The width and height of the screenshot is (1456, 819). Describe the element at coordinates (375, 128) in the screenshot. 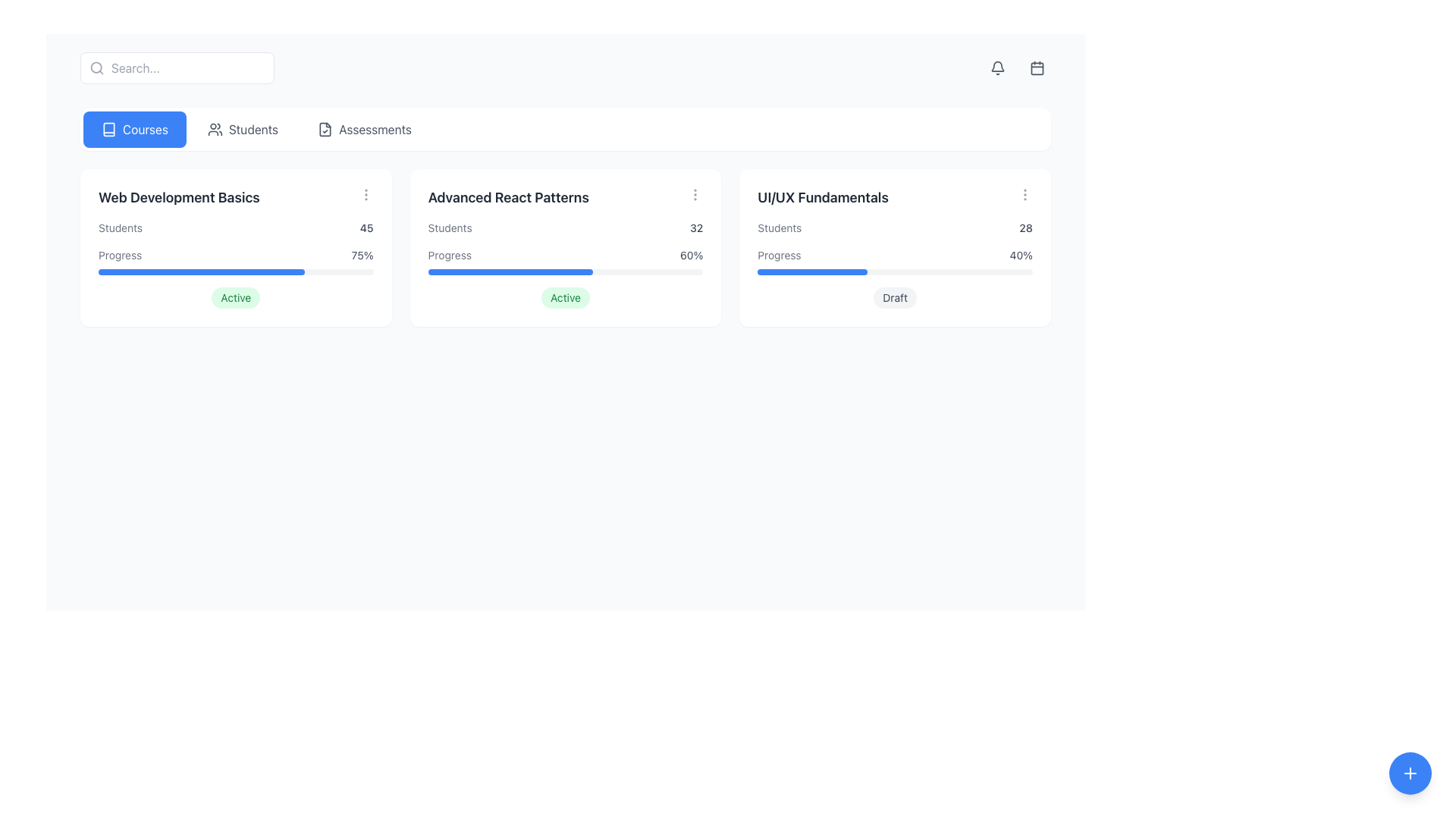

I see `the 'Assessments' text label in the navigation bar` at that location.